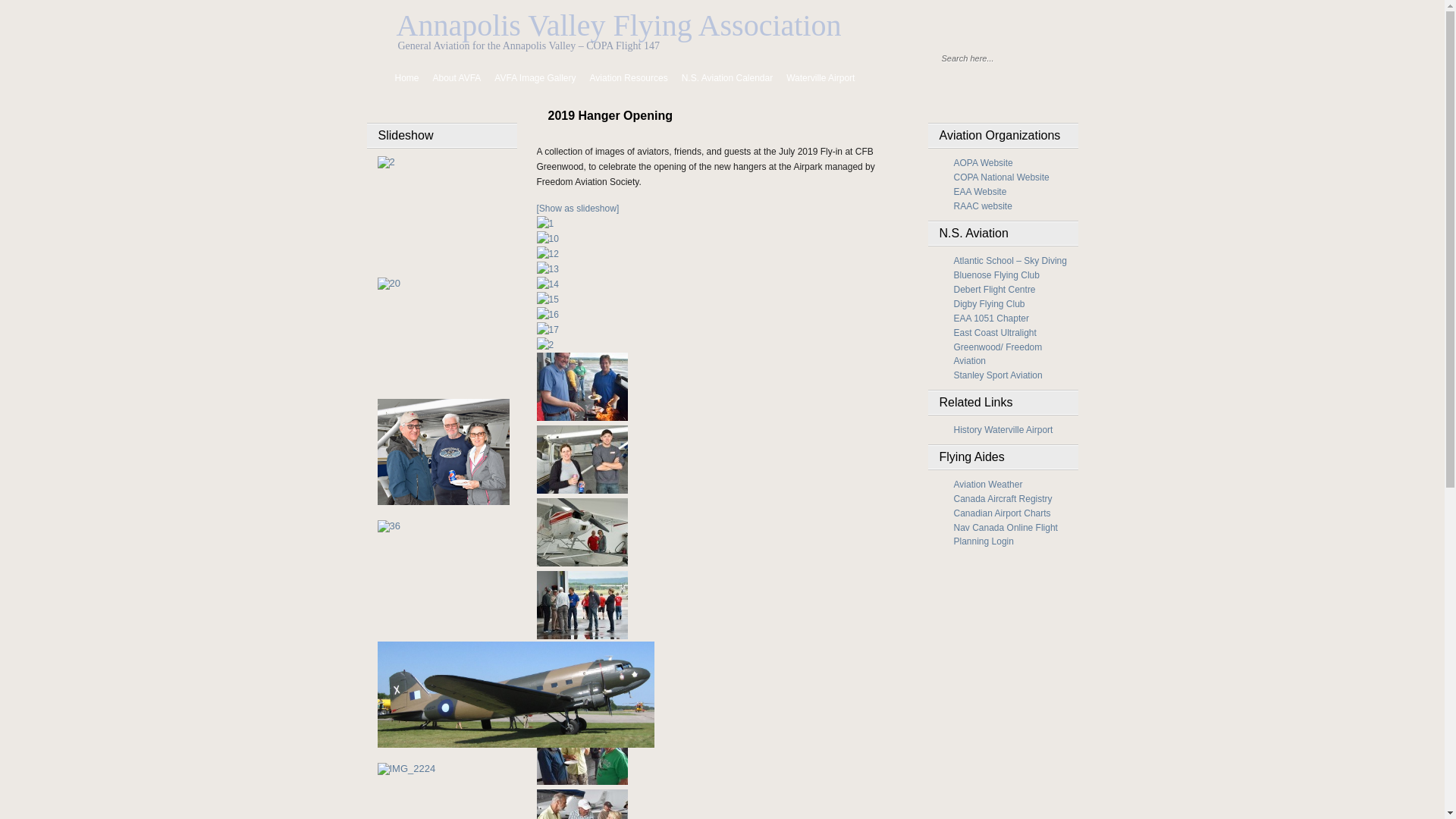  I want to click on 'Home', so click(400, 78).